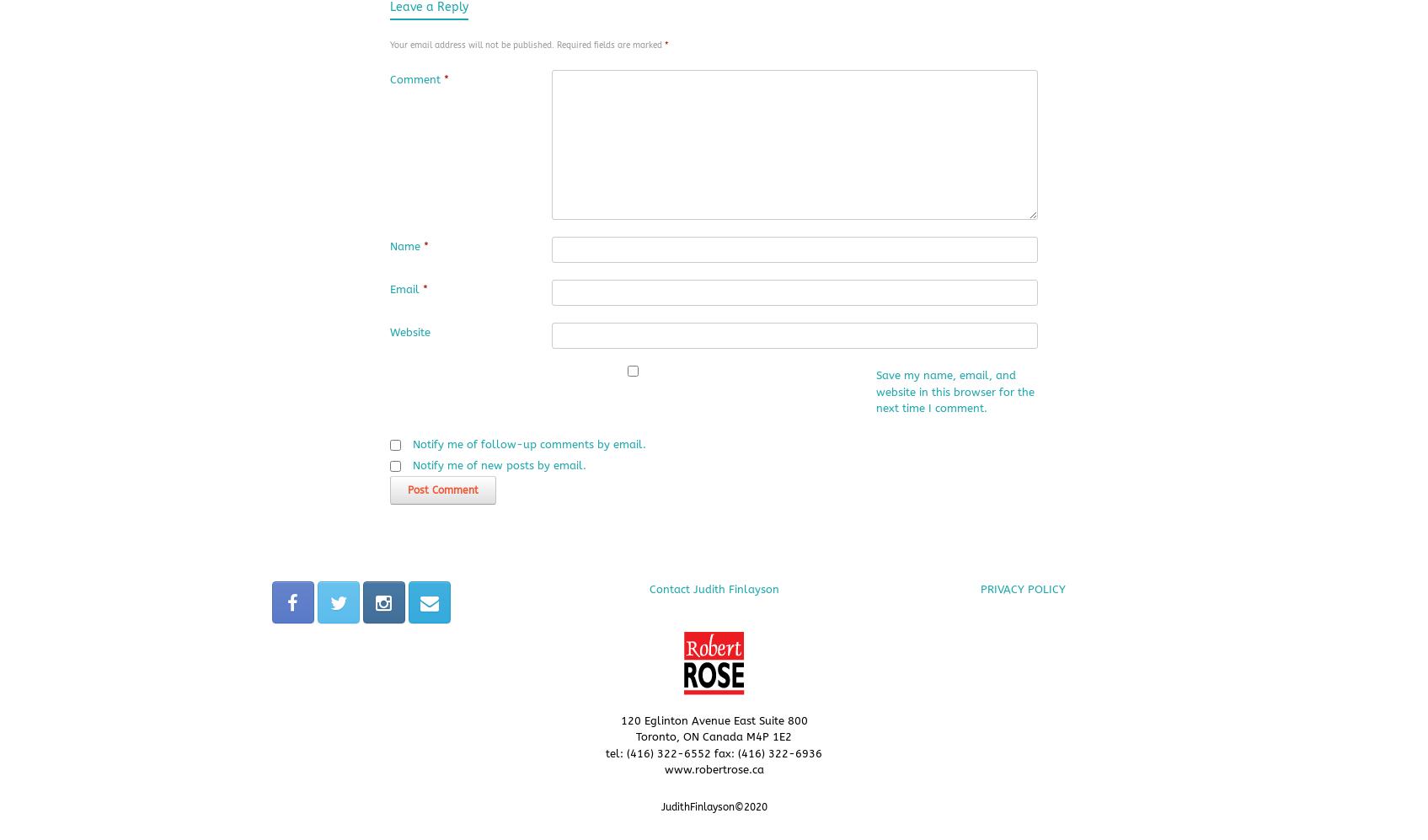 This screenshot has width=1428, height=840. I want to click on 'Comment', so click(414, 79).